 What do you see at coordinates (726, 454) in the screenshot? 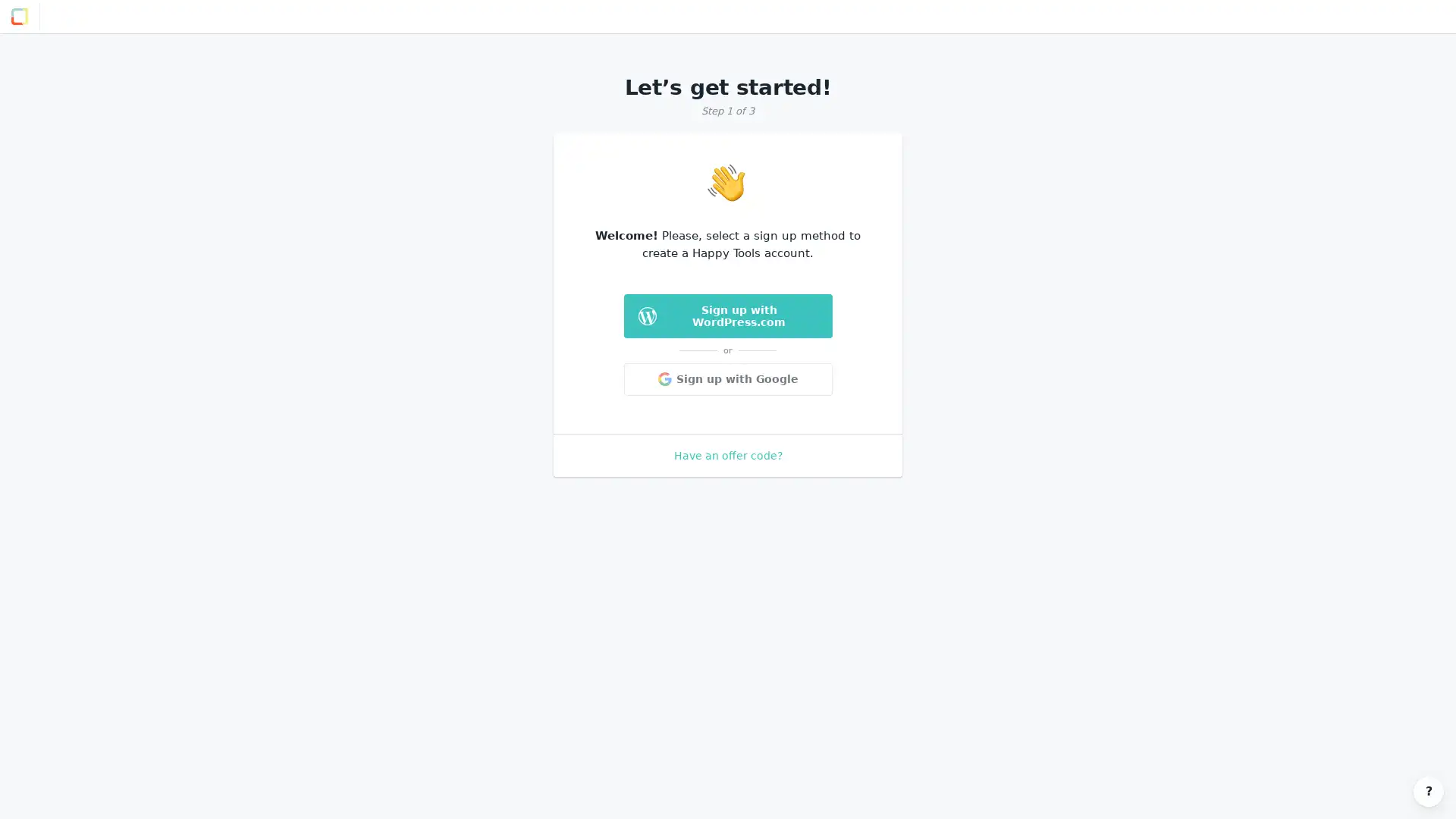
I see `Have an offer code?` at bounding box center [726, 454].